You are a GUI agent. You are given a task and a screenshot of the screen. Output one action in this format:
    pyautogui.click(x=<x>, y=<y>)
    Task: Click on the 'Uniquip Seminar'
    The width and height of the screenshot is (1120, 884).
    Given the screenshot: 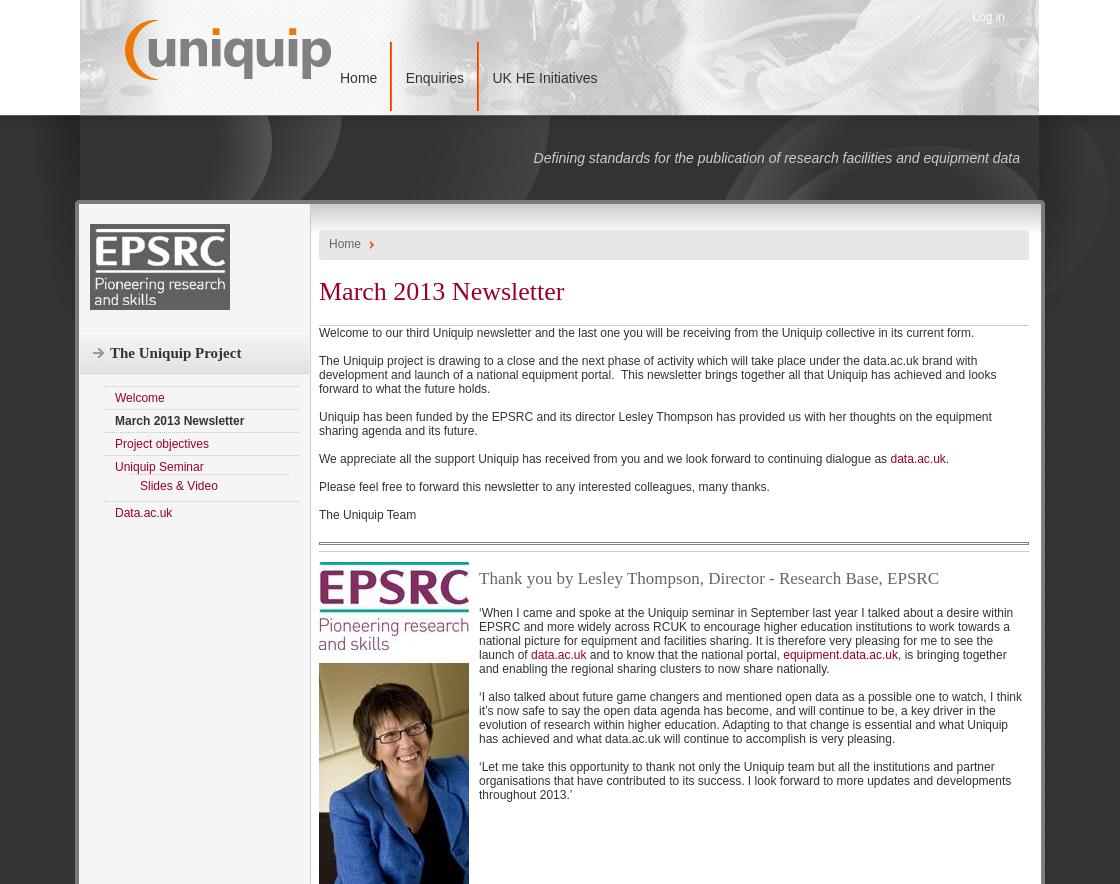 What is the action you would take?
    pyautogui.click(x=115, y=467)
    